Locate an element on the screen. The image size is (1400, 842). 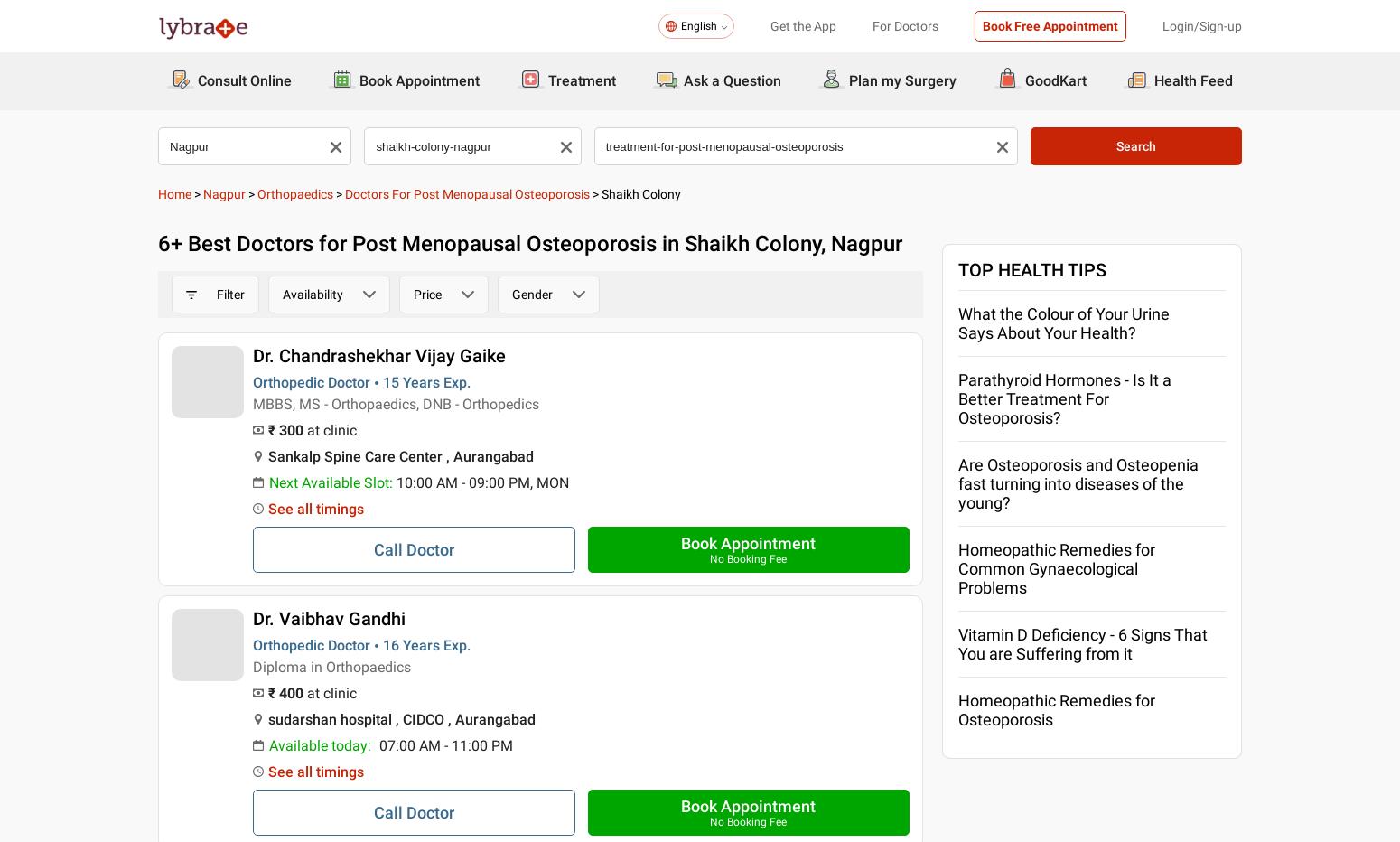
'TOP HEALTH TIPS' is located at coordinates (1031, 269).